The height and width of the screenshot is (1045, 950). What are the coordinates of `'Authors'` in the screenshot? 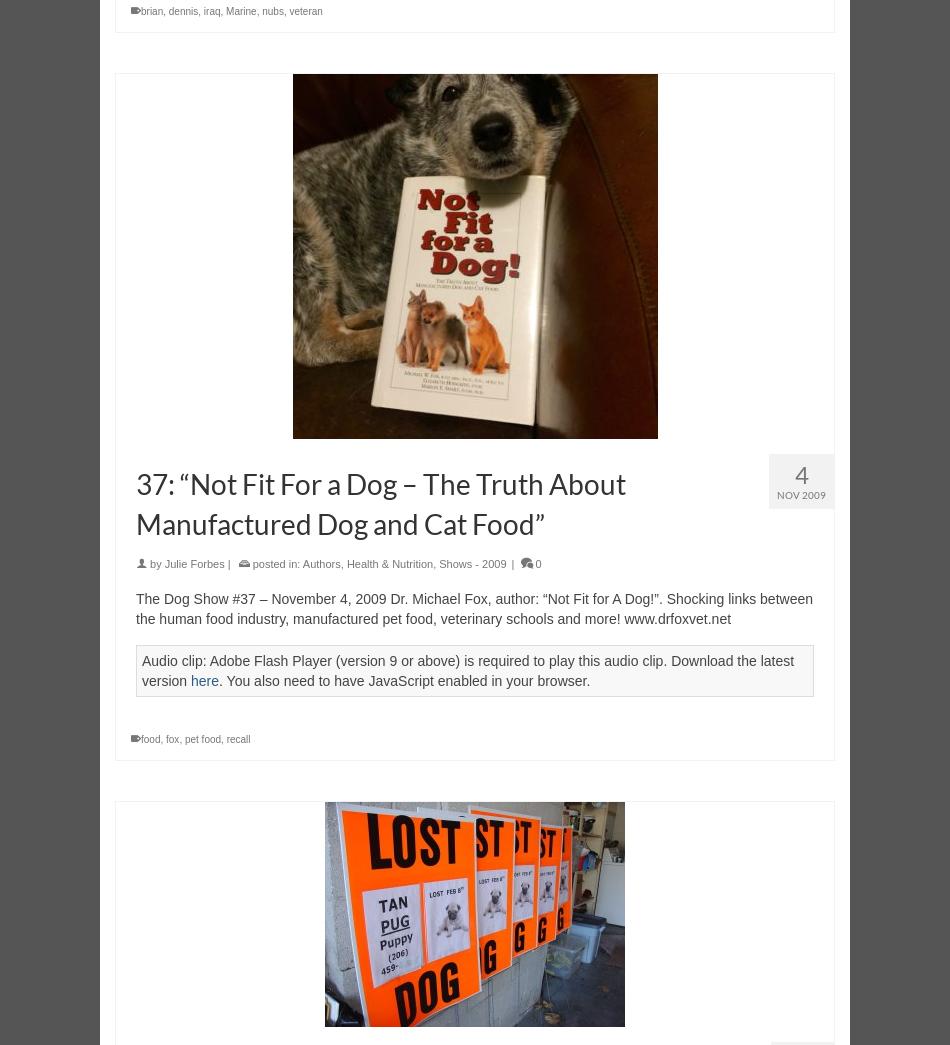 It's located at (320, 563).